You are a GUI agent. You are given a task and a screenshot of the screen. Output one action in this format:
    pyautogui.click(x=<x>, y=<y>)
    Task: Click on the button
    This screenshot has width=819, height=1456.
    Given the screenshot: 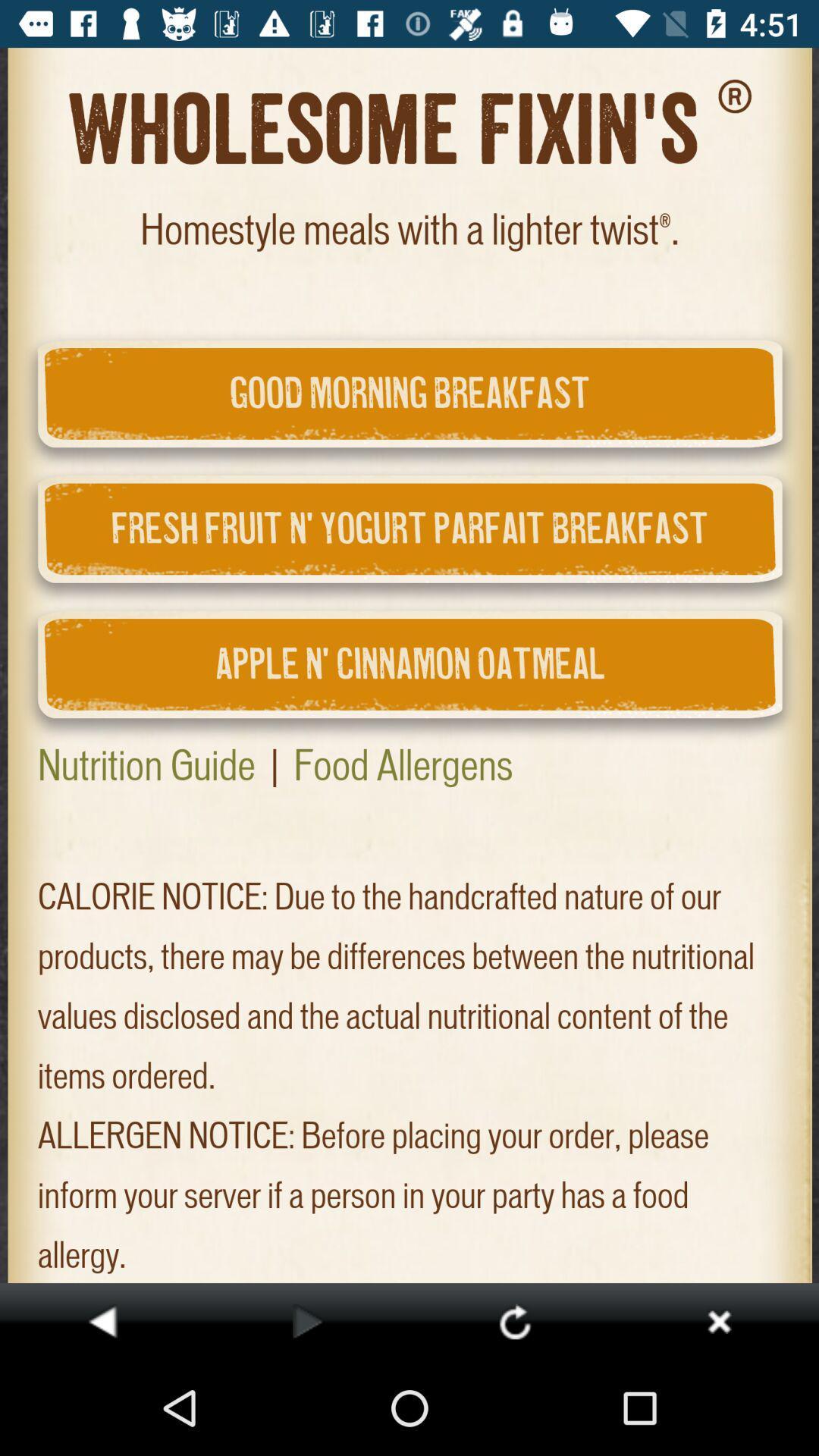 What is the action you would take?
    pyautogui.click(x=718, y=1320)
    